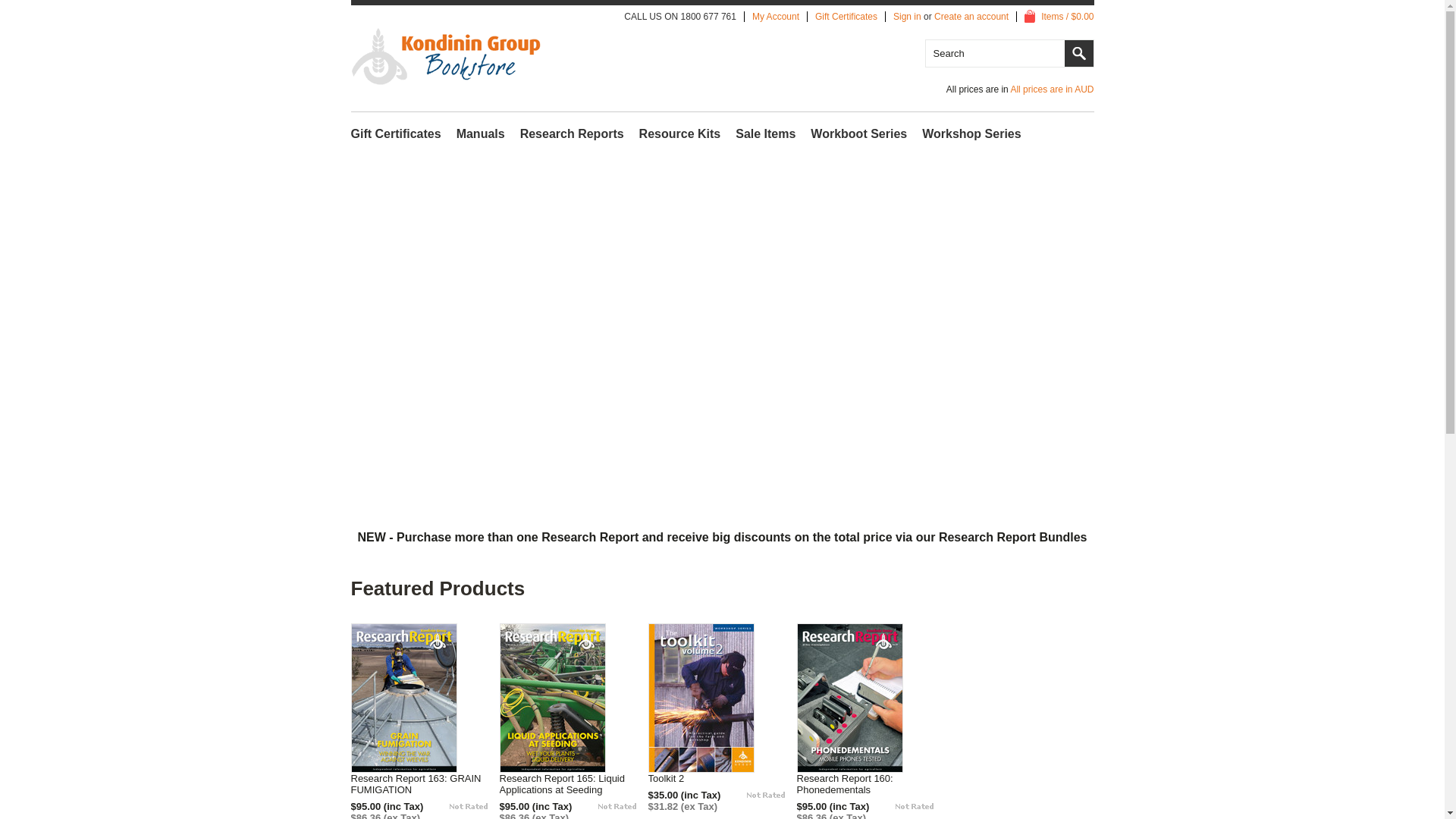 Image resolution: width=1456 pixels, height=819 pixels. What do you see at coordinates (1030, 17) in the screenshot?
I see `'View Cart'` at bounding box center [1030, 17].